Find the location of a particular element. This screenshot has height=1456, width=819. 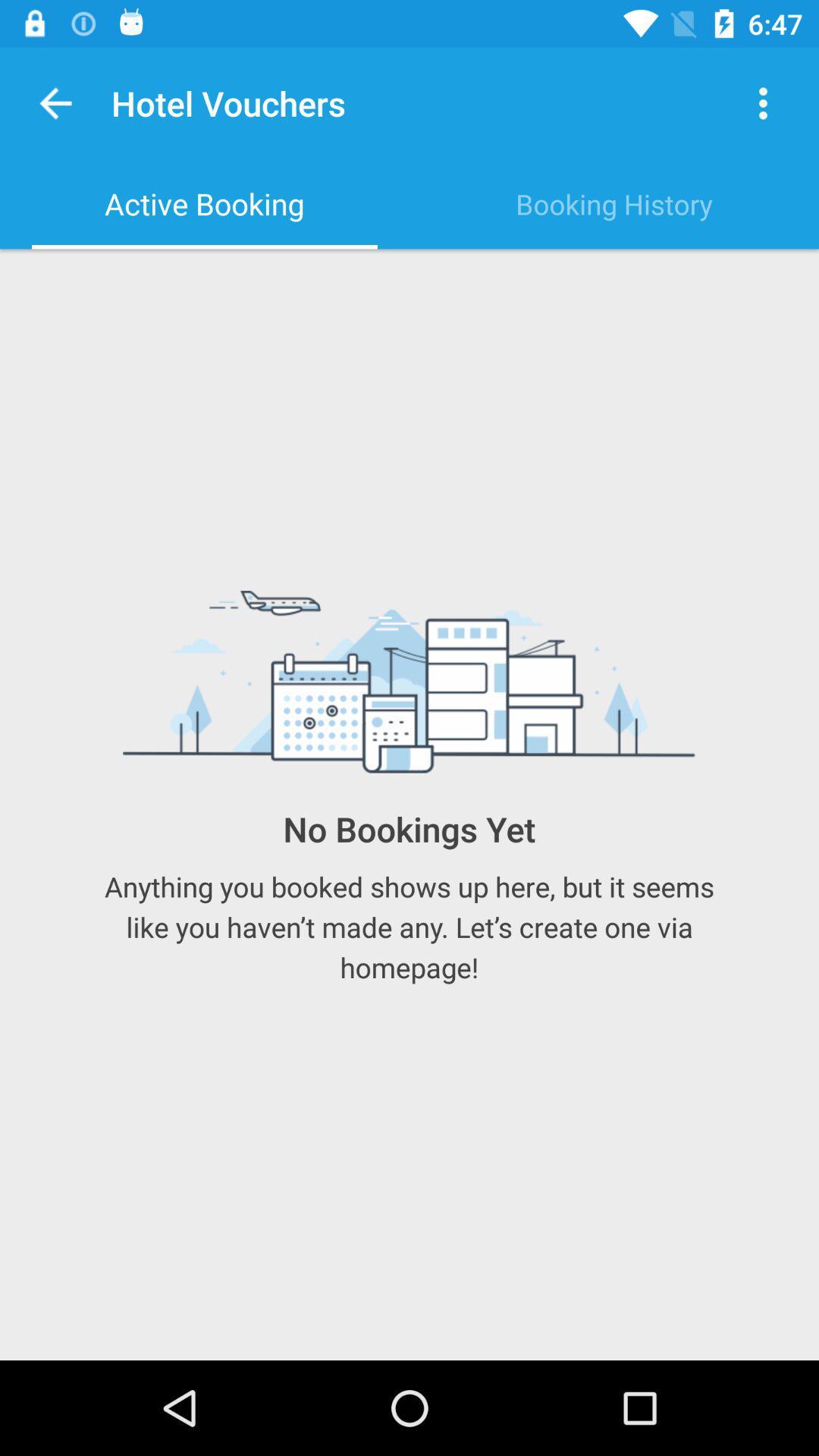

item to the right of the active booking item is located at coordinates (614, 203).